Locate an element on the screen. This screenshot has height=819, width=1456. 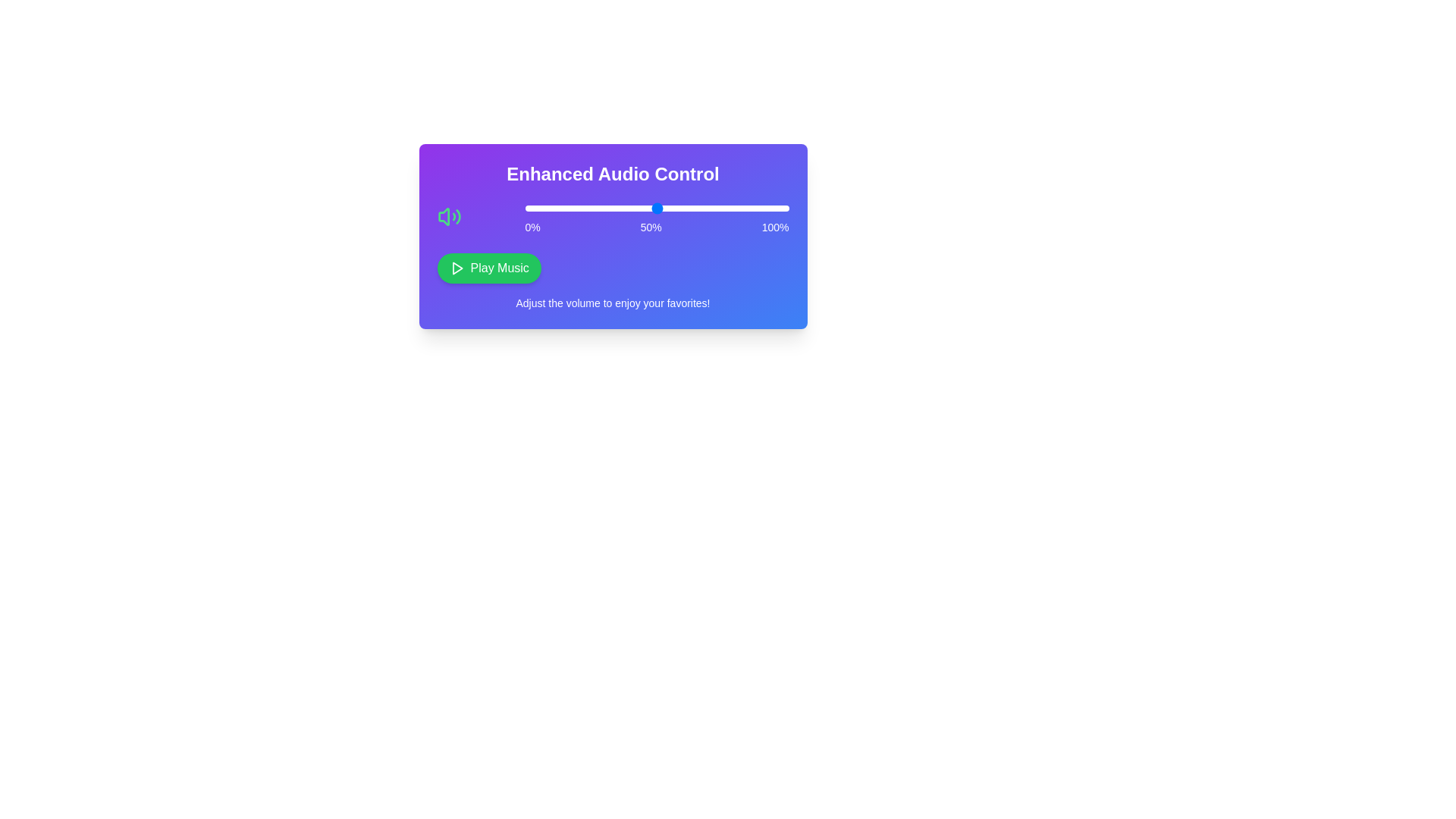
the slider to set the volume to 58% is located at coordinates (677, 208).